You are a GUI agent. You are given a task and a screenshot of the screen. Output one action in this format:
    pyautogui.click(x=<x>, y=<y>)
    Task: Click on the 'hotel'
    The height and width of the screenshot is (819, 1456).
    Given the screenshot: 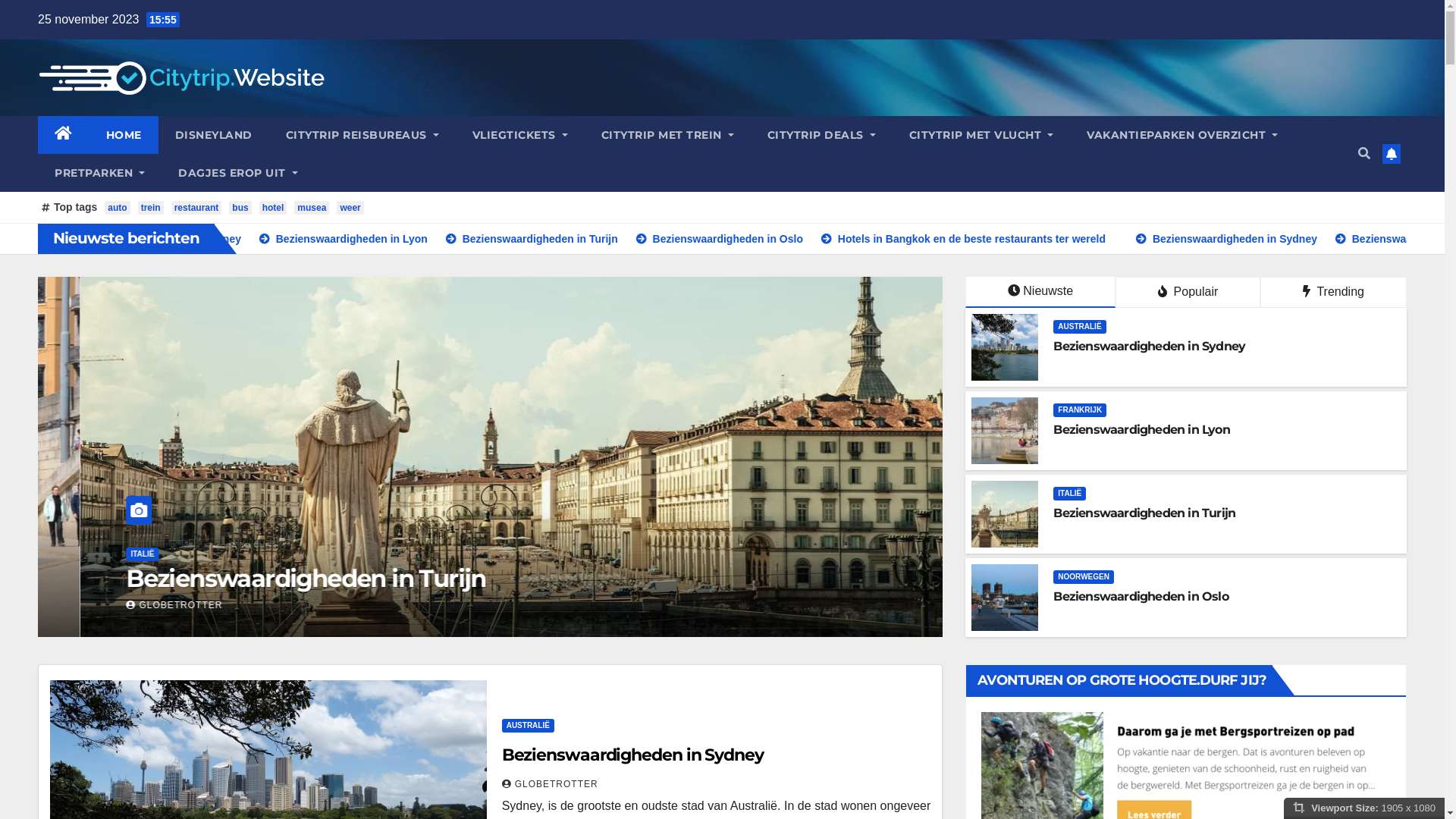 What is the action you would take?
    pyautogui.click(x=273, y=207)
    